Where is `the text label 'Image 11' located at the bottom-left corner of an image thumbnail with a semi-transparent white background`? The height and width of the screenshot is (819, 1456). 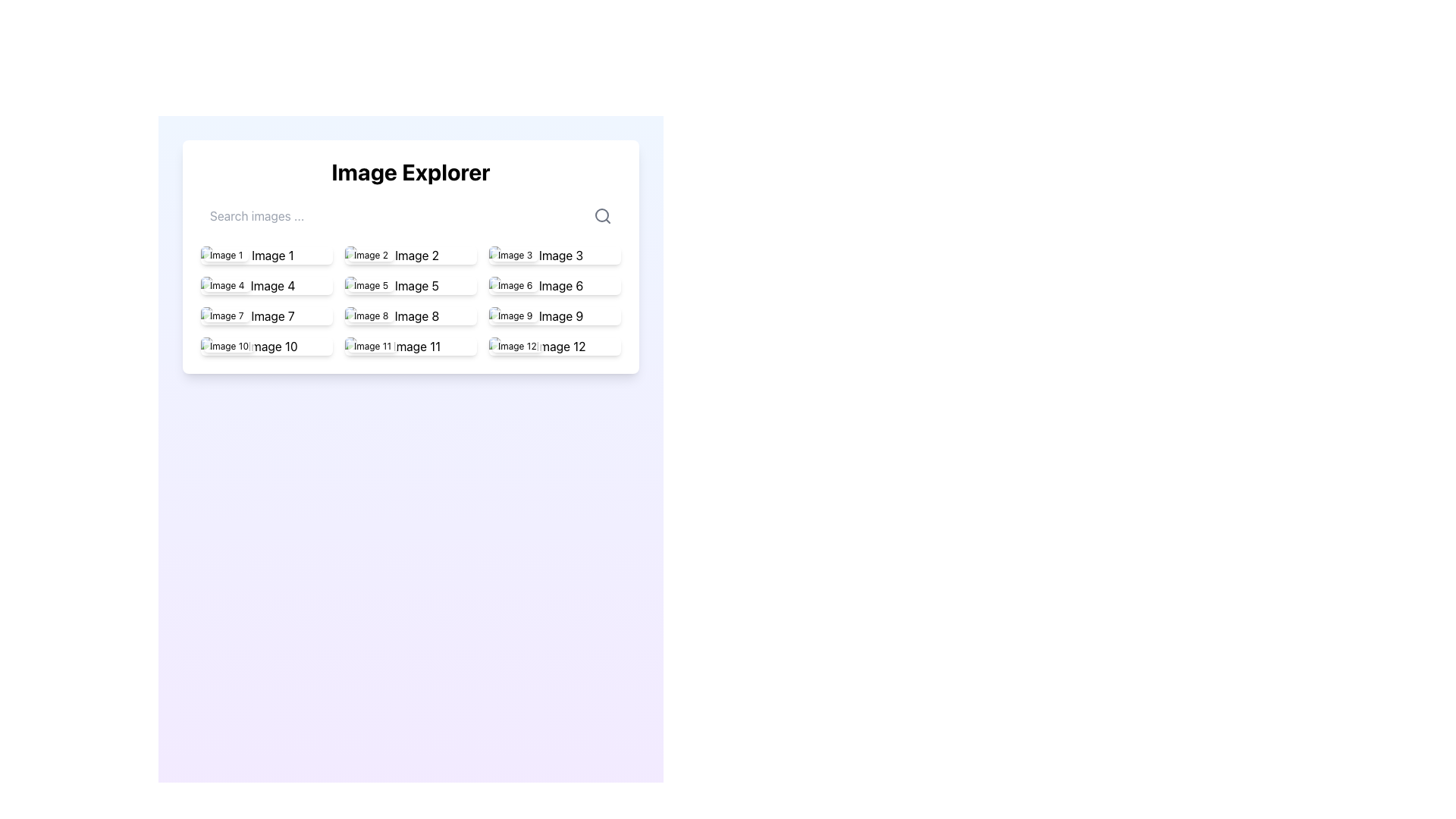
the text label 'Image 11' located at the bottom-left corner of an image thumbnail with a semi-transparent white background is located at coordinates (372, 346).